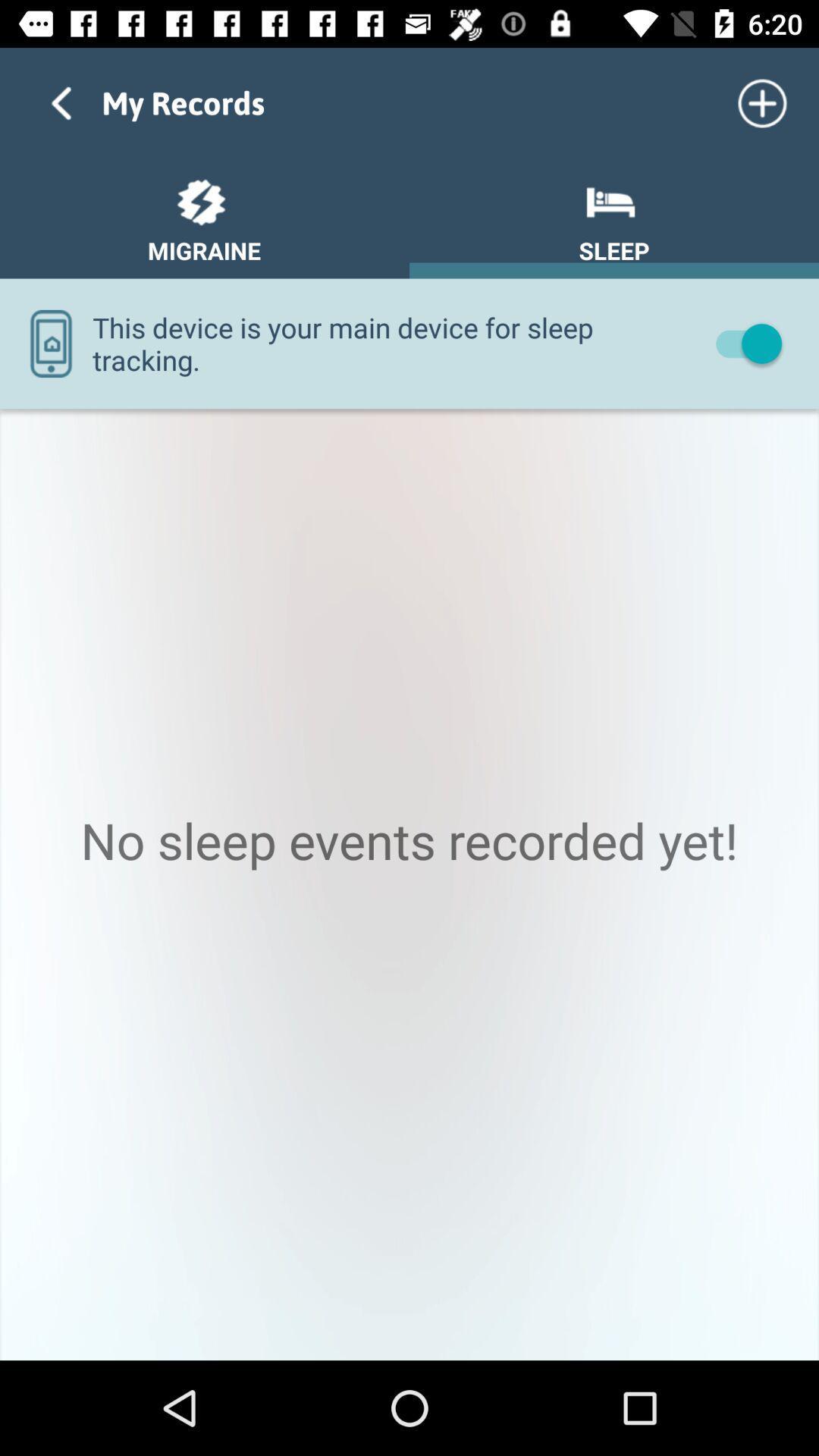 The image size is (819, 1456). Describe the element at coordinates (741, 342) in the screenshot. I see `on or off` at that location.